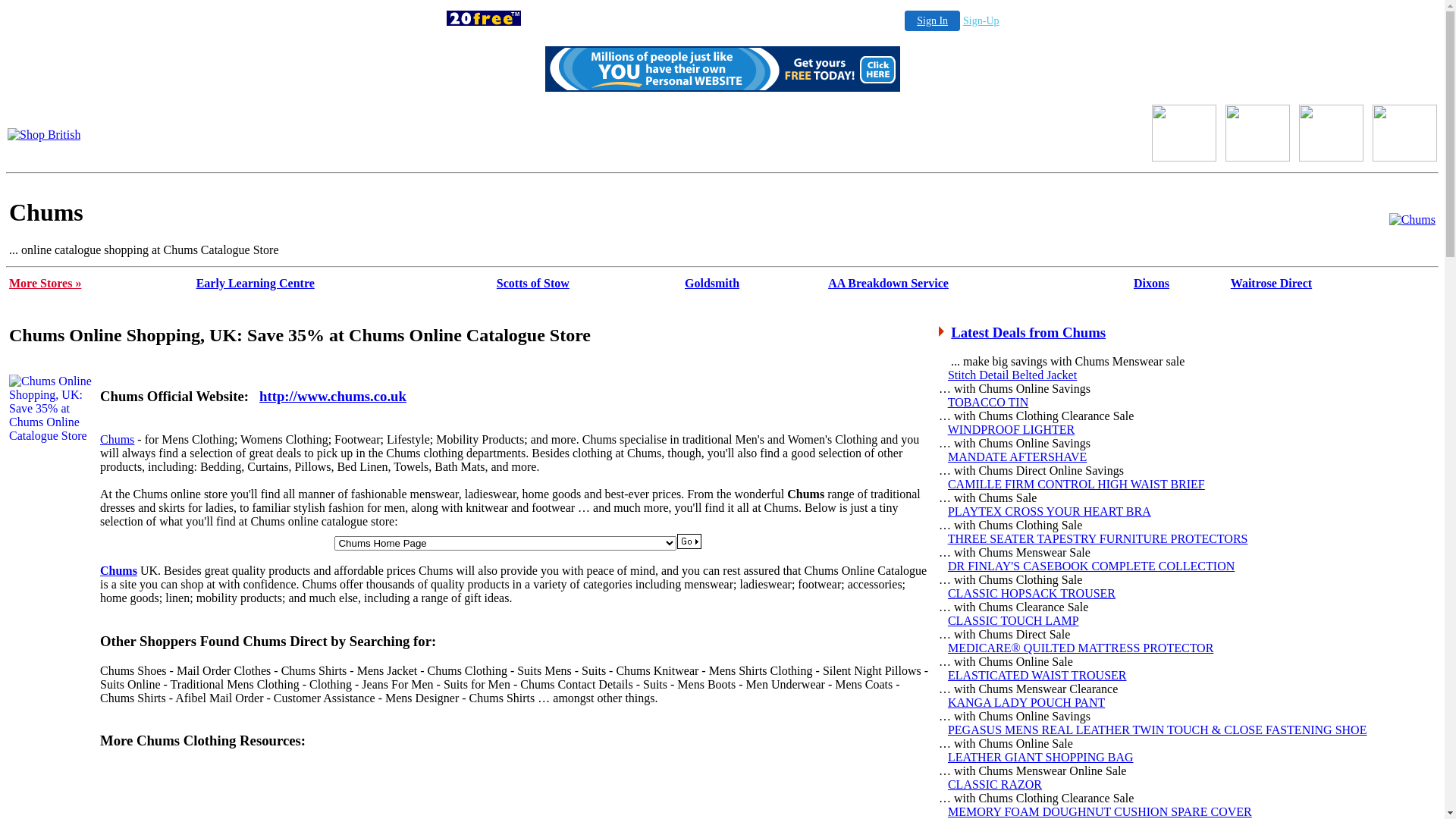 The width and height of the screenshot is (1456, 819). Describe the element at coordinates (711, 283) in the screenshot. I see `'Goldsmith'` at that location.